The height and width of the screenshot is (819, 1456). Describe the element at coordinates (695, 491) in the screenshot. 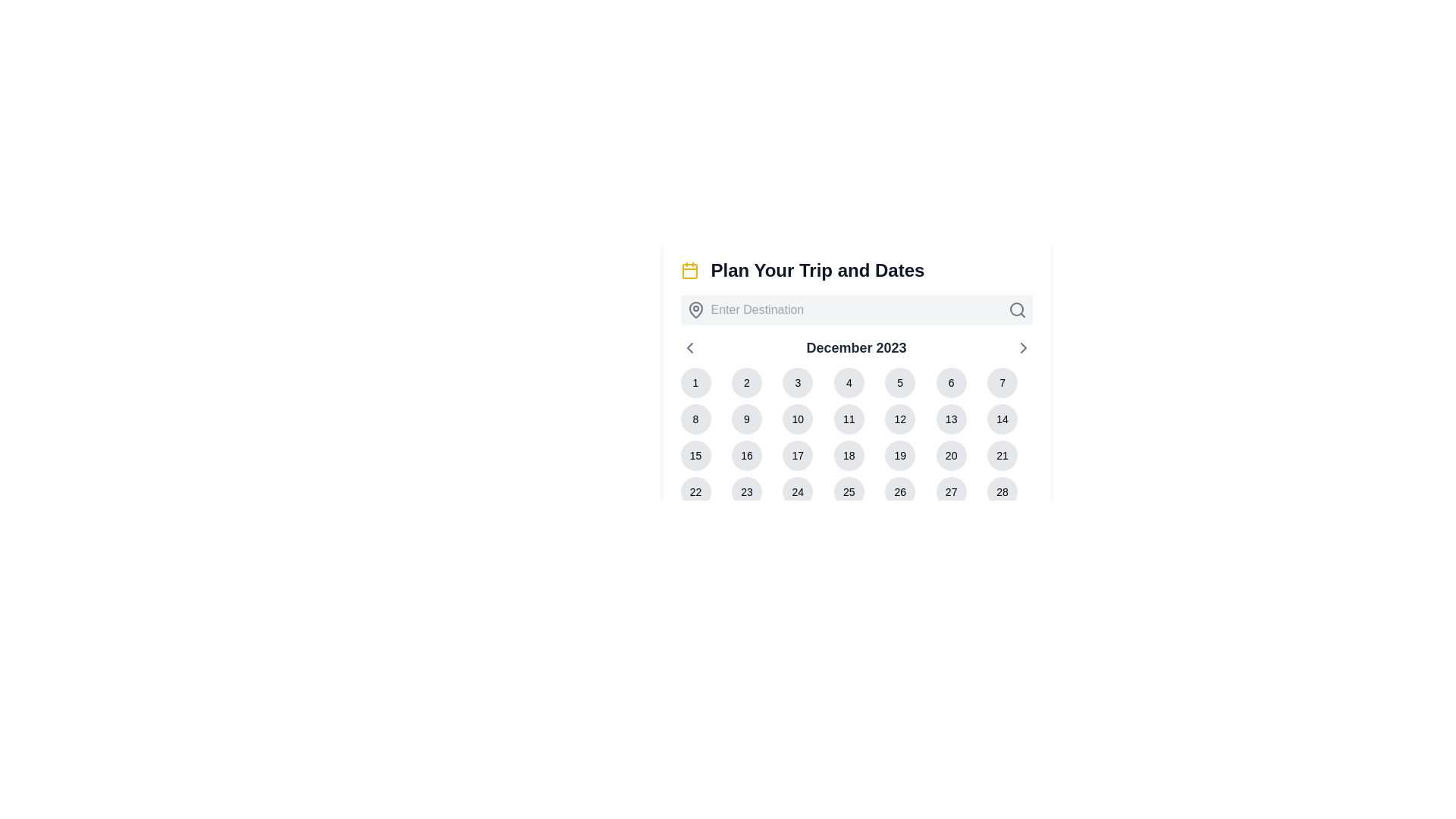

I see `the circular button with grey background and '22' in bold black font, located in the seventh row and first column of a grid layout` at that location.